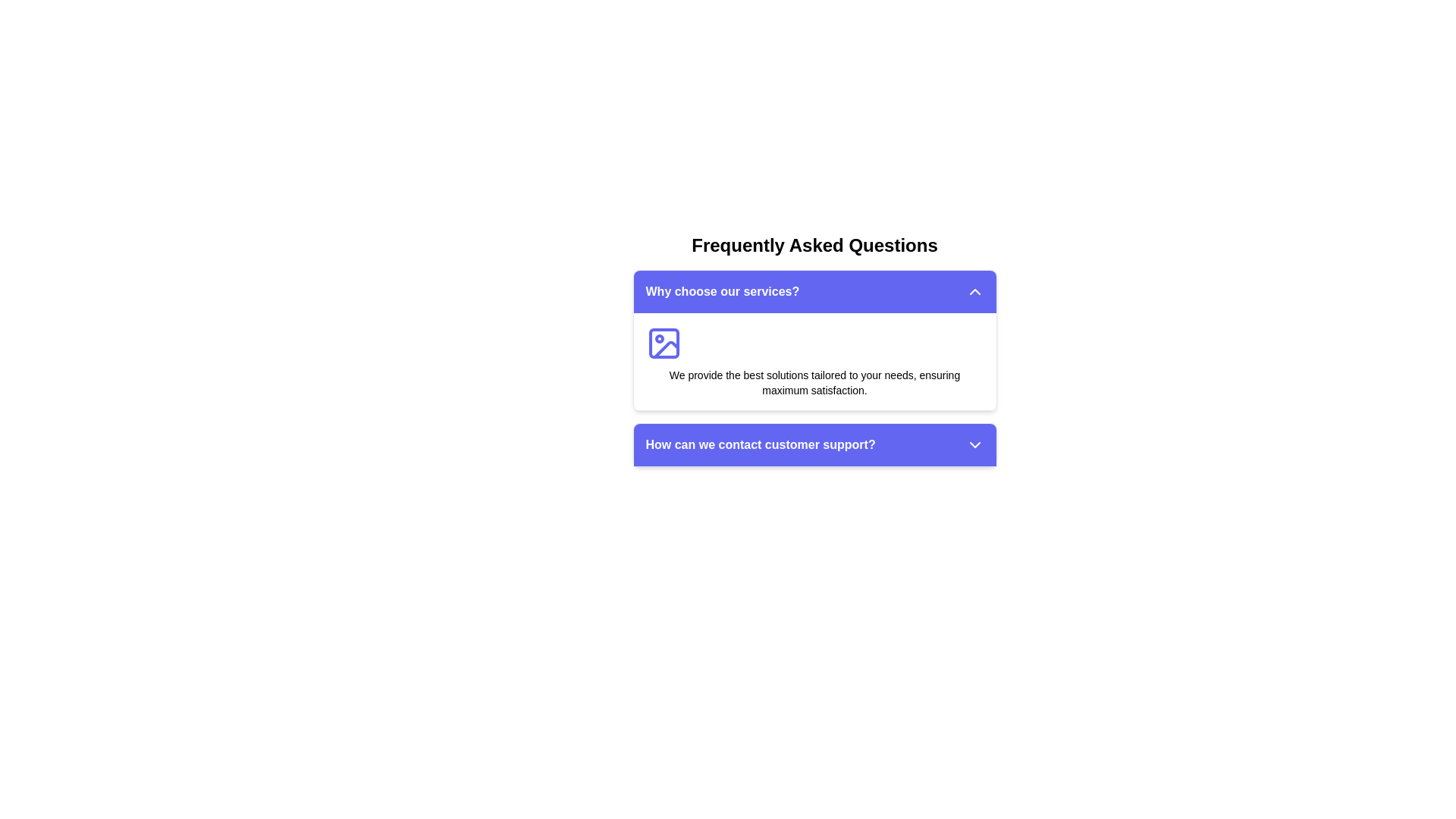 The width and height of the screenshot is (1456, 819). I want to click on the Chevron icon located at the far-right end of the purple header bar labeled 'Why choose our services?', so click(974, 292).